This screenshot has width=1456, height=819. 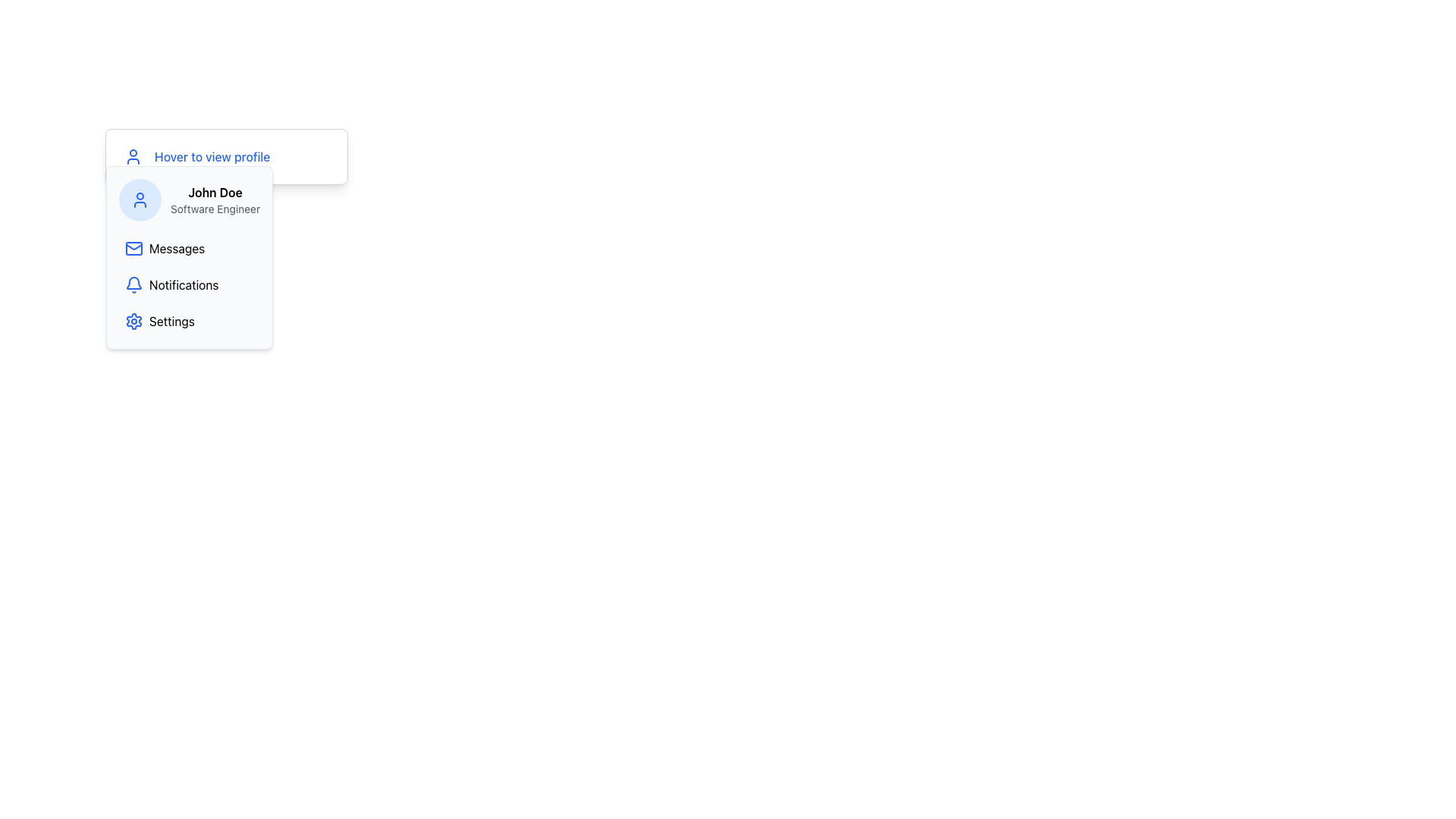 What do you see at coordinates (215, 209) in the screenshot?
I see `the Static Label that displays the job title 'Software Engineer', located centrally below the 'John Doe' text in the dropdown menu` at bounding box center [215, 209].